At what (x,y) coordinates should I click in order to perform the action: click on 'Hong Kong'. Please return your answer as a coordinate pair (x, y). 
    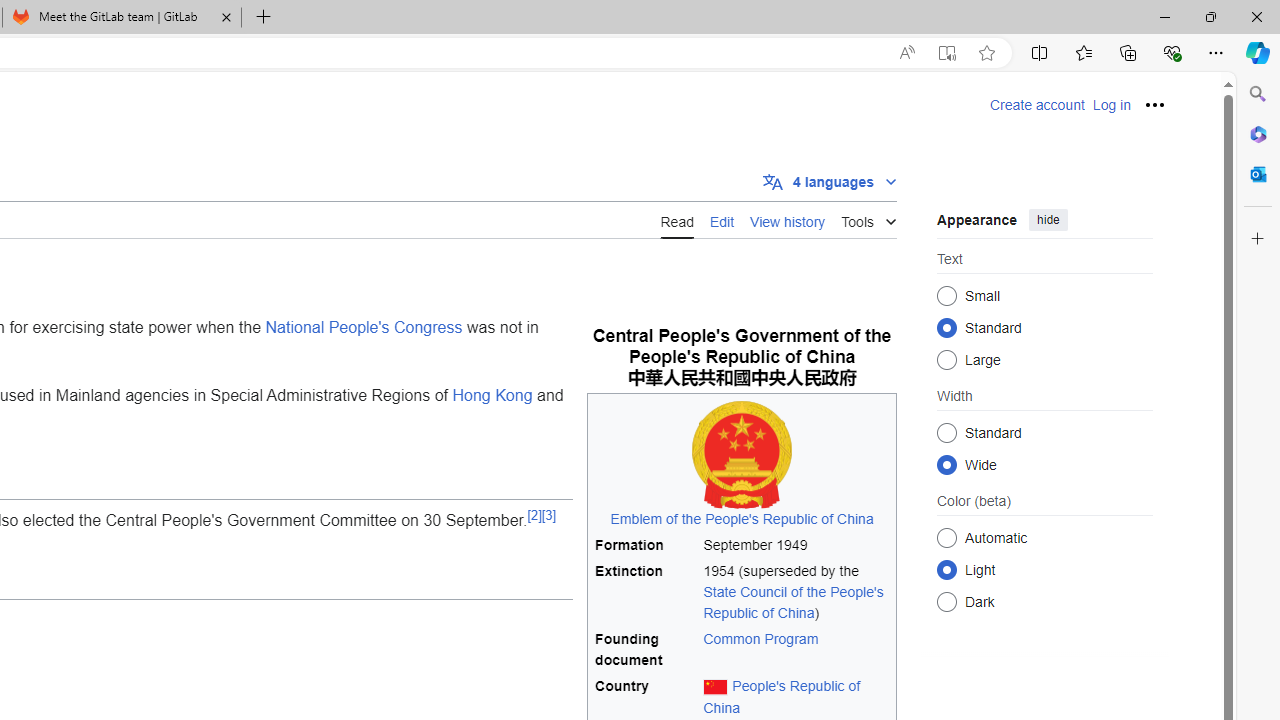
    Looking at the image, I should click on (492, 394).